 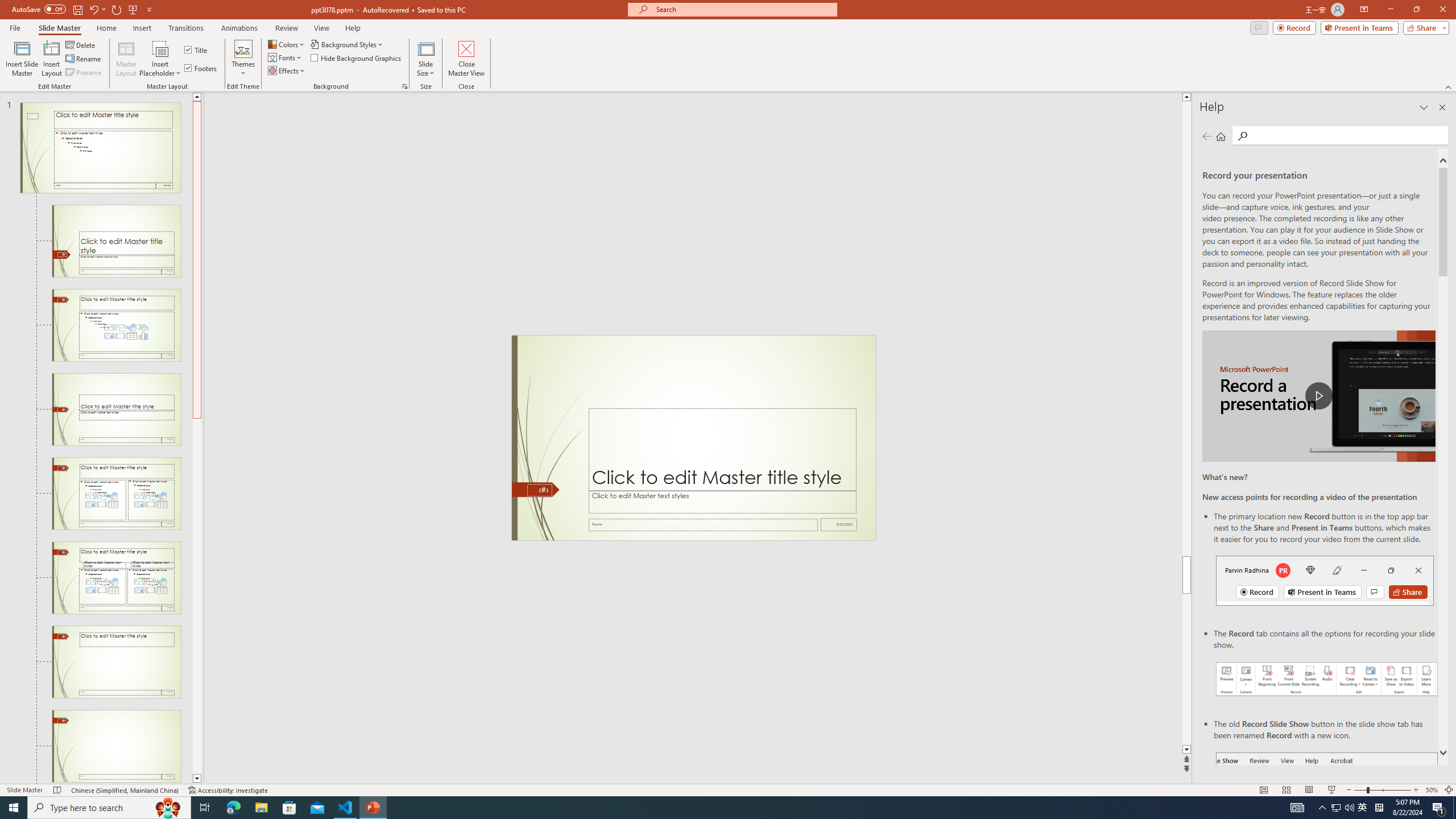 What do you see at coordinates (839, 524) in the screenshot?
I see `'Date'` at bounding box center [839, 524].